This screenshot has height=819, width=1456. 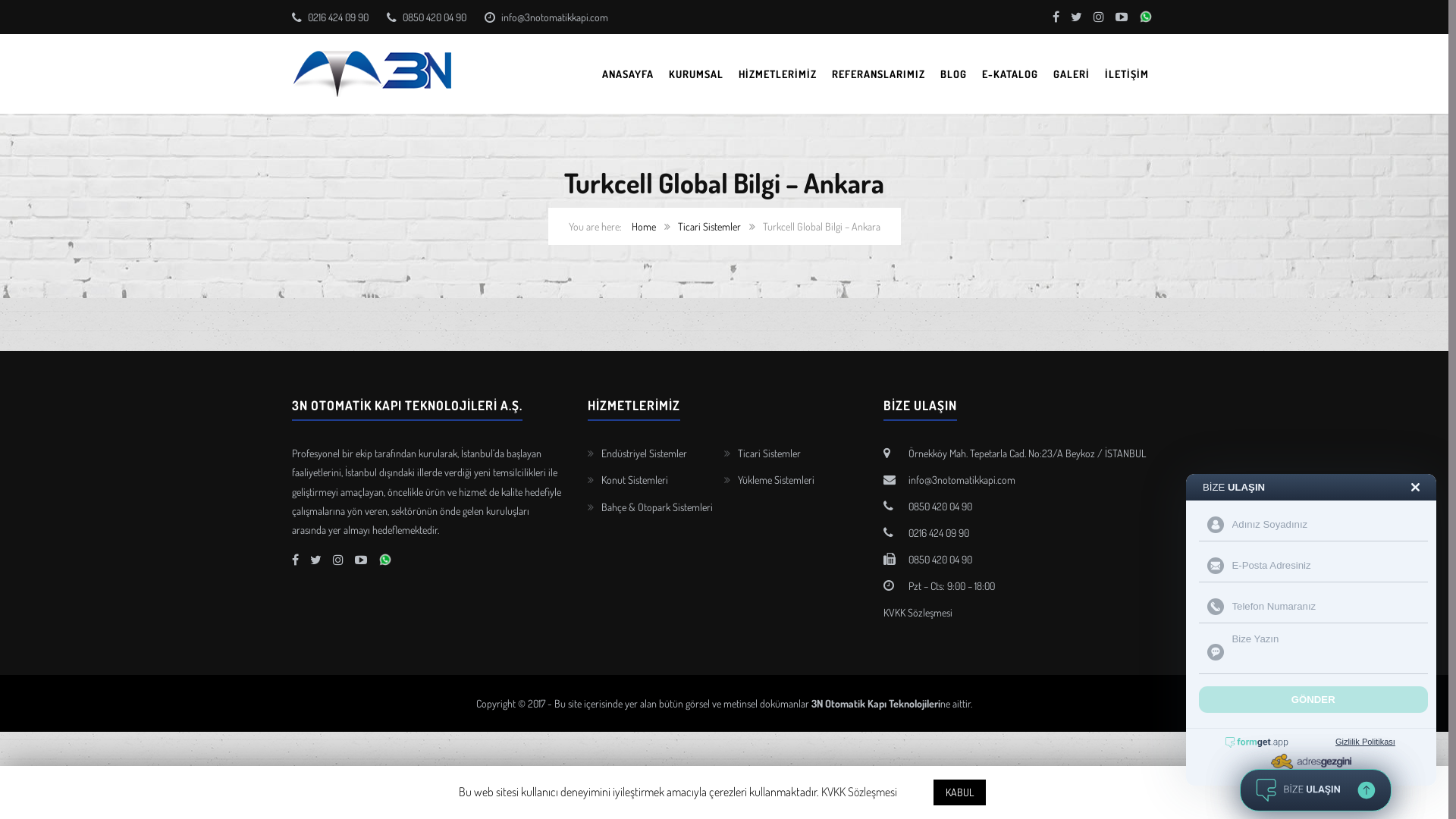 What do you see at coordinates (777, 74) in the screenshot?
I see `'HIZMETLERIMIZ'` at bounding box center [777, 74].